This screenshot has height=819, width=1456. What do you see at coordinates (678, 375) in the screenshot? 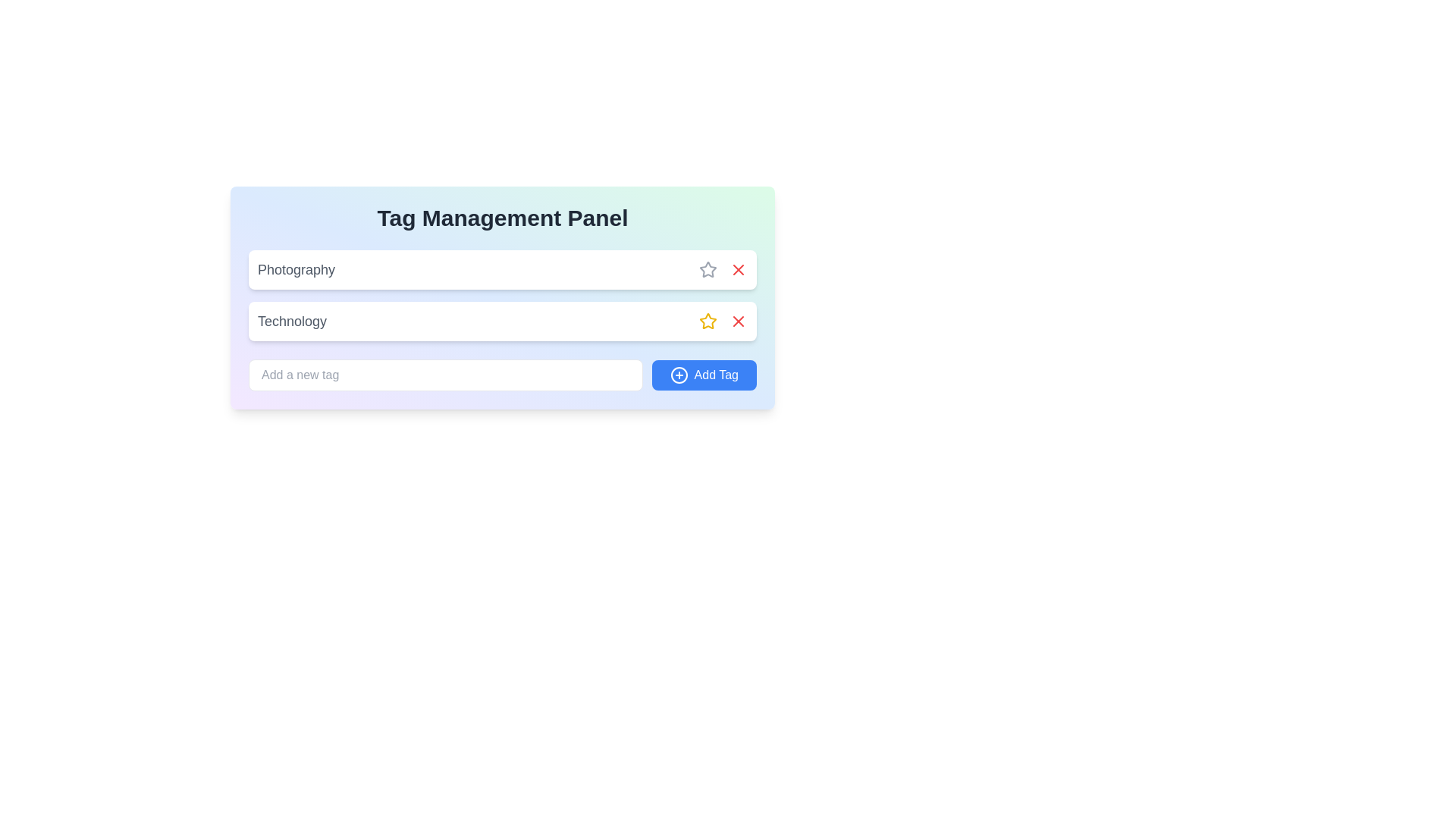
I see `the blue outlined circular SVG element representing the 'Add Tag' button, which is located at the bottom right of the Tag Management Panel` at bounding box center [678, 375].